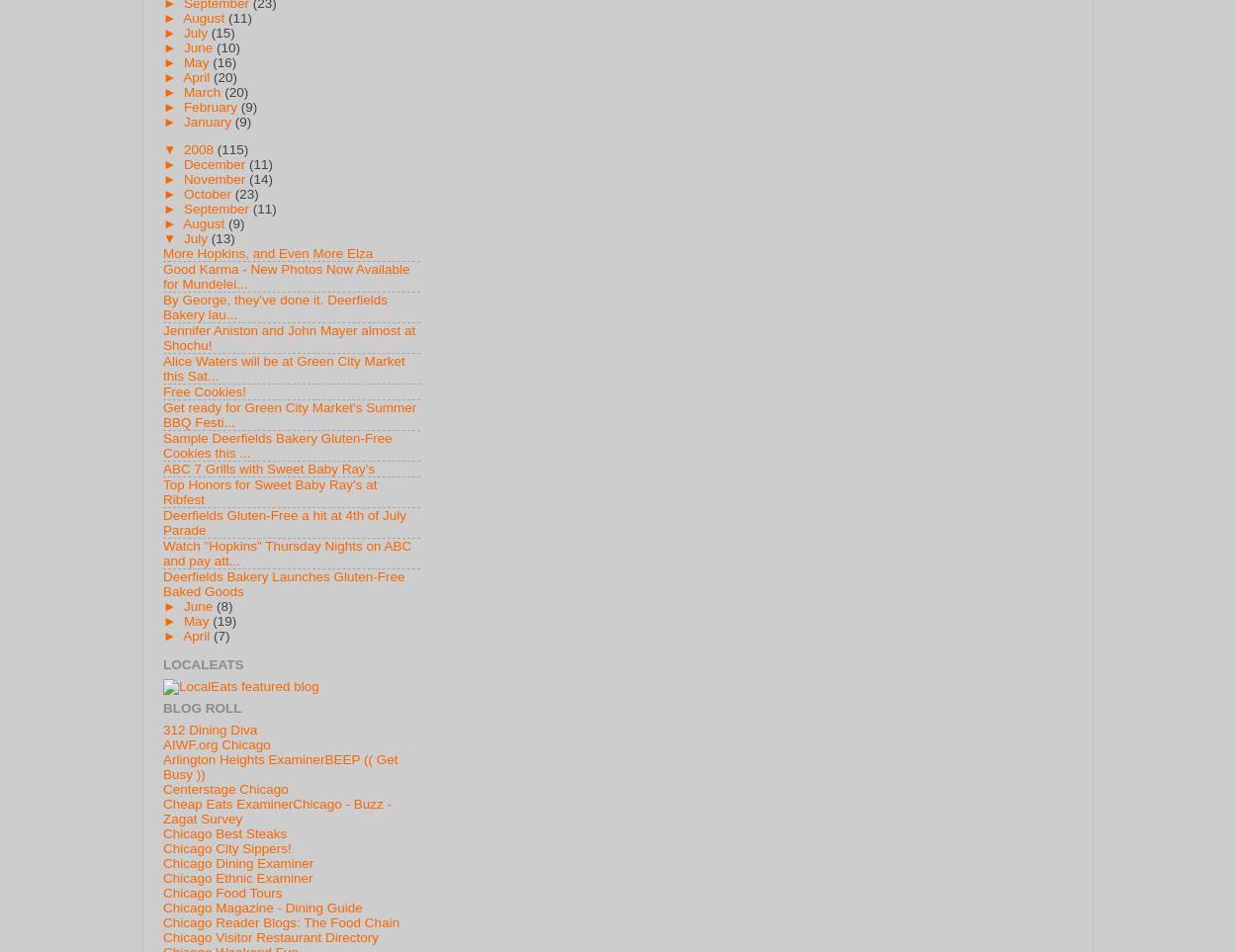  What do you see at coordinates (262, 907) in the screenshot?
I see `'Chicago Magazine - Dining Guide'` at bounding box center [262, 907].